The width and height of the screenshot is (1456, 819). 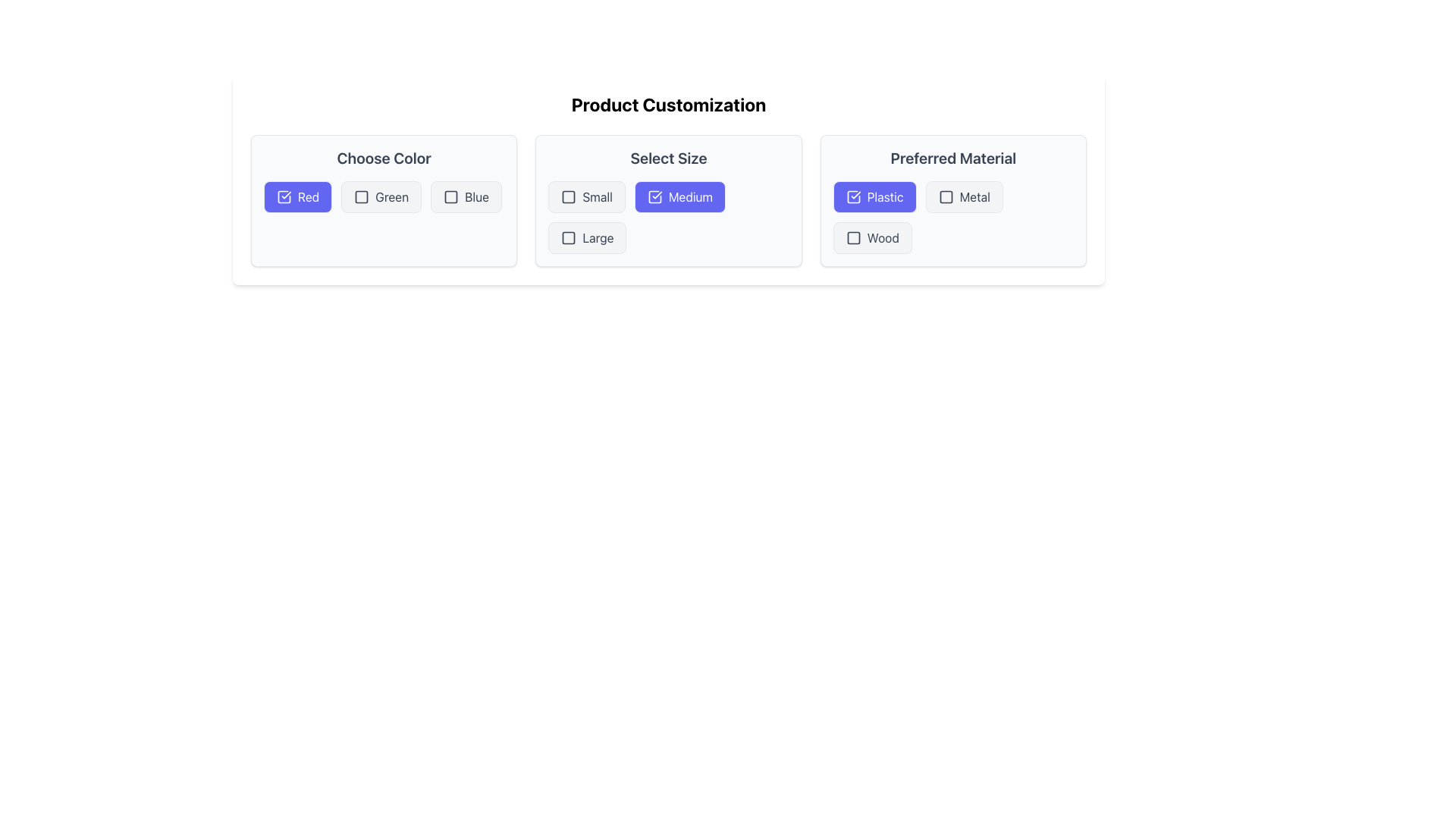 What do you see at coordinates (450, 196) in the screenshot?
I see `the checkbox for selecting the 'Blue' color option, which is located to the left of the text label 'Blue' in the 'Choose Color' group` at bounding box center [450, 196].